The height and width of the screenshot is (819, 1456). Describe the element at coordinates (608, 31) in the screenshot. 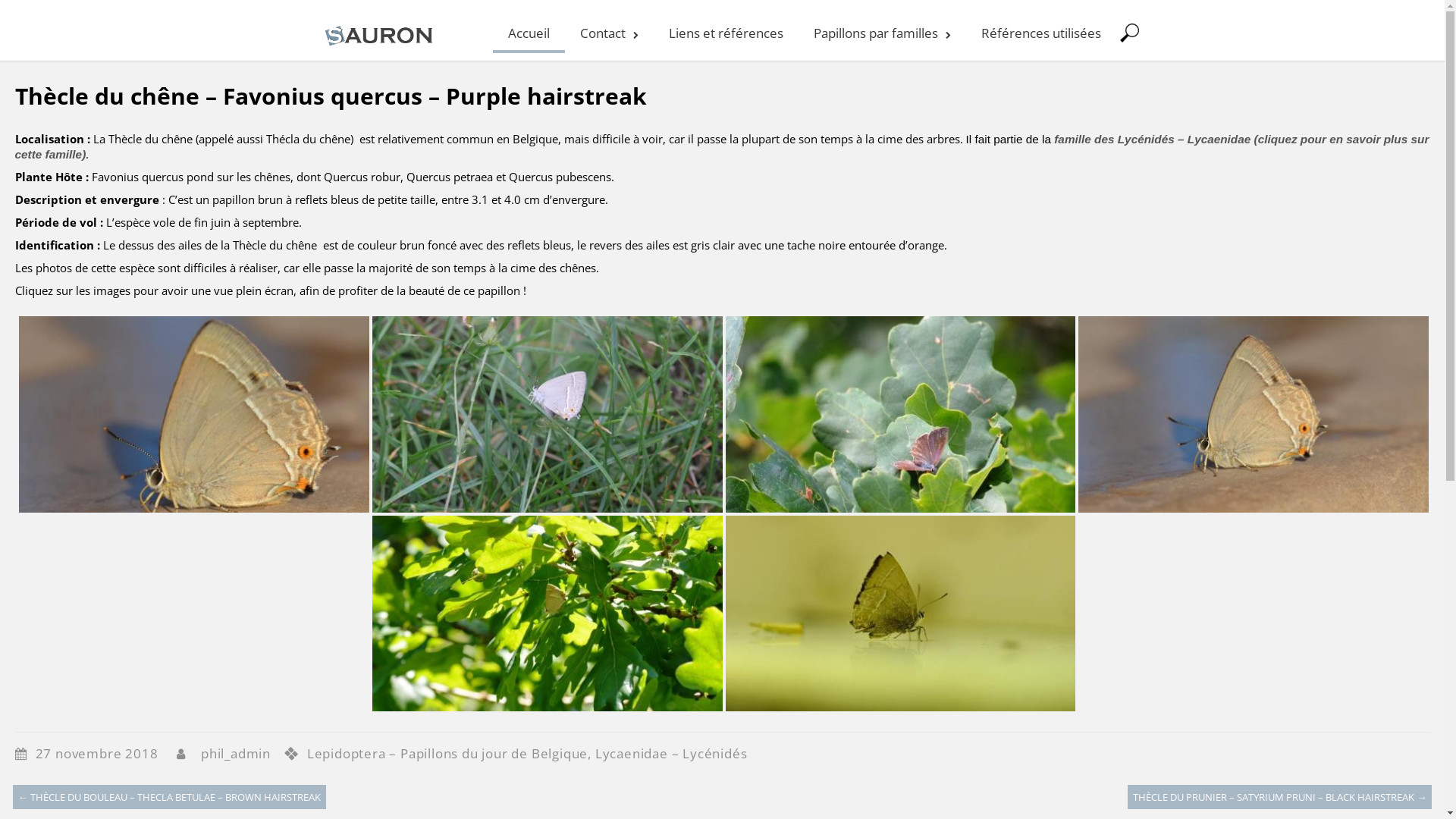

I see `'Contact'` at that location.